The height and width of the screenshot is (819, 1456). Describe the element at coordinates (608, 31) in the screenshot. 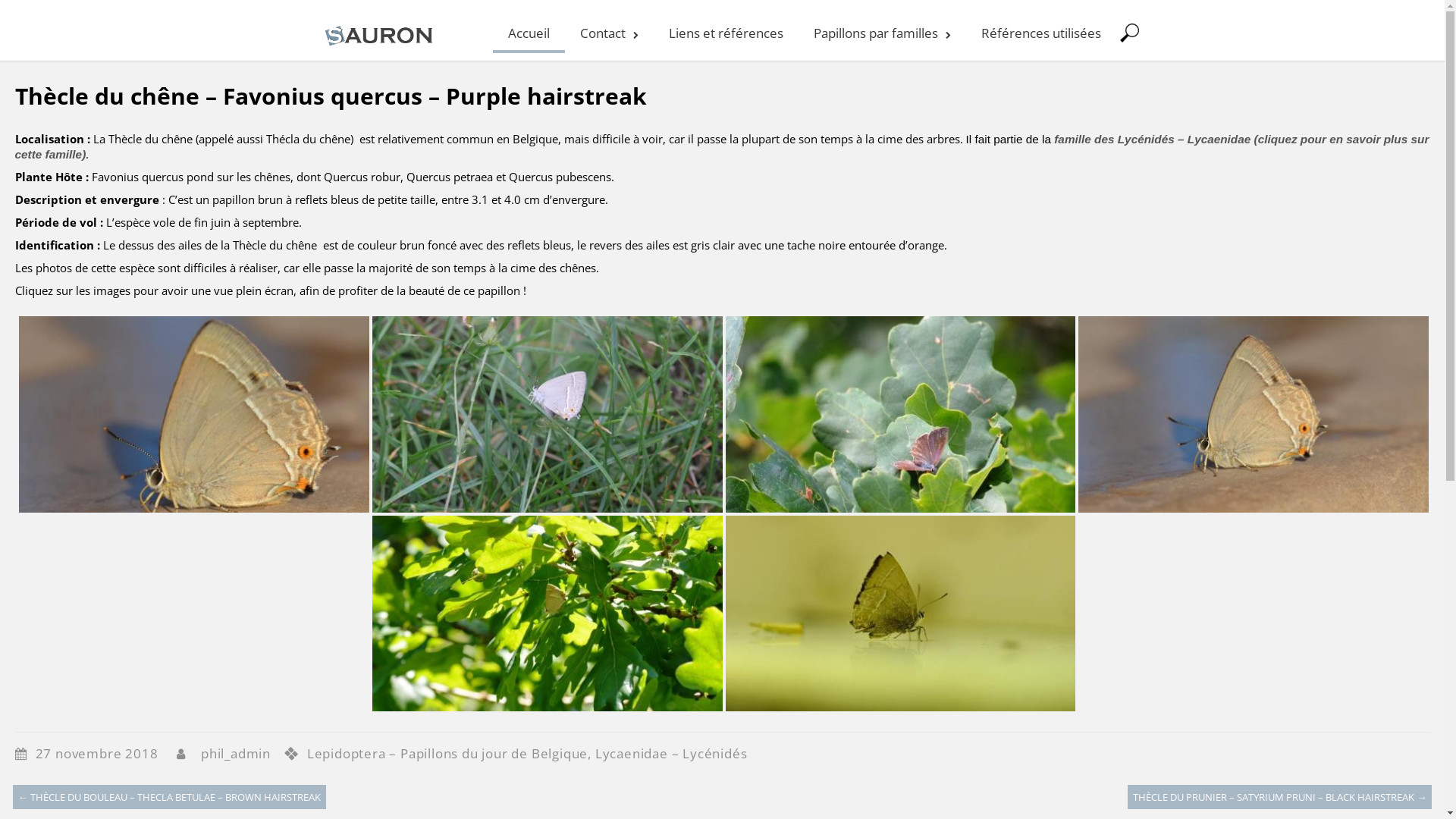

I see `'Contact'` at that location.